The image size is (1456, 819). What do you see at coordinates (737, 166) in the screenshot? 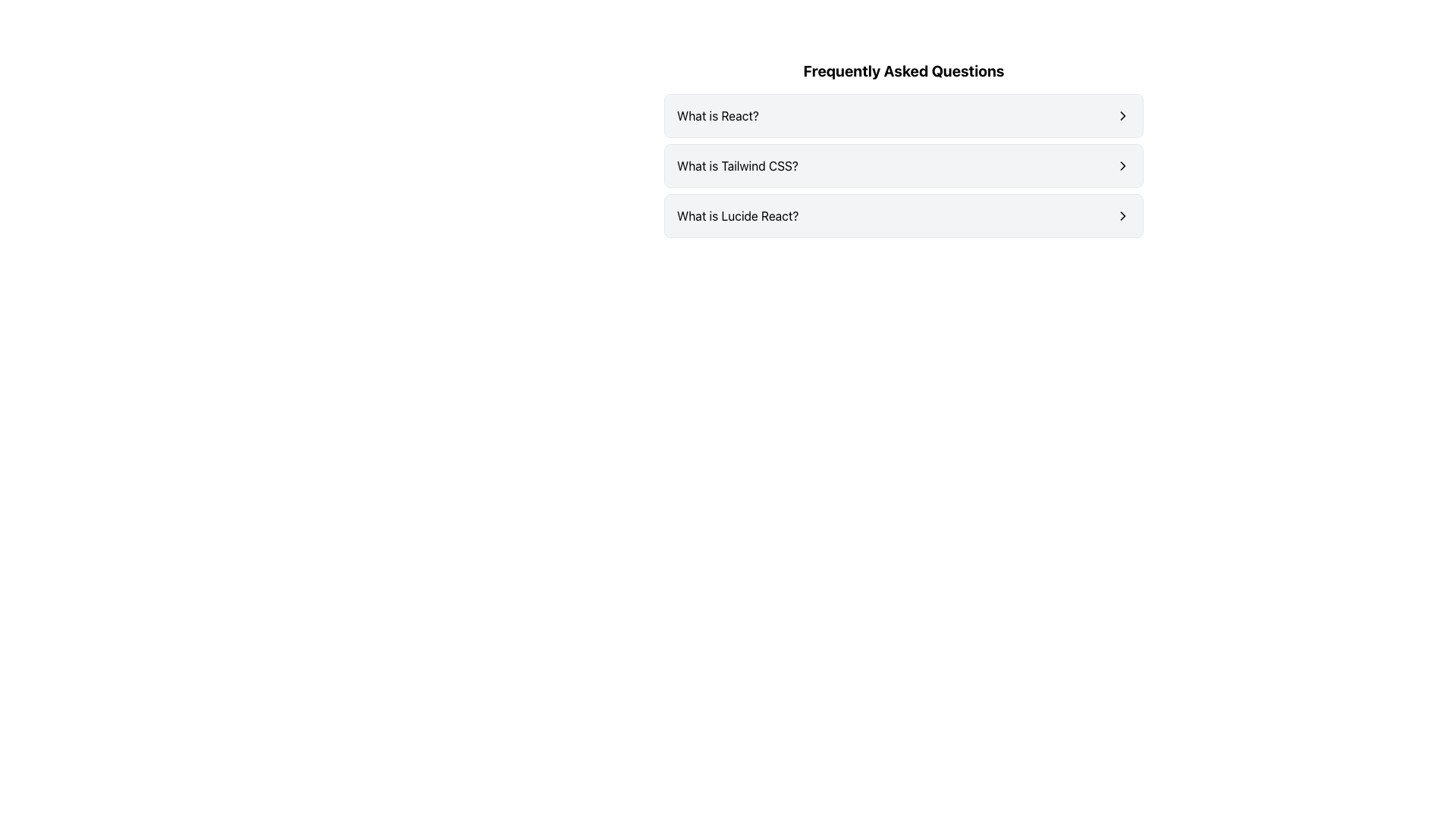
I see `the text label displaying the question 'What is Tailwind CSS?' which is the second item in the FAQ list` at bounding box center [737, 166].